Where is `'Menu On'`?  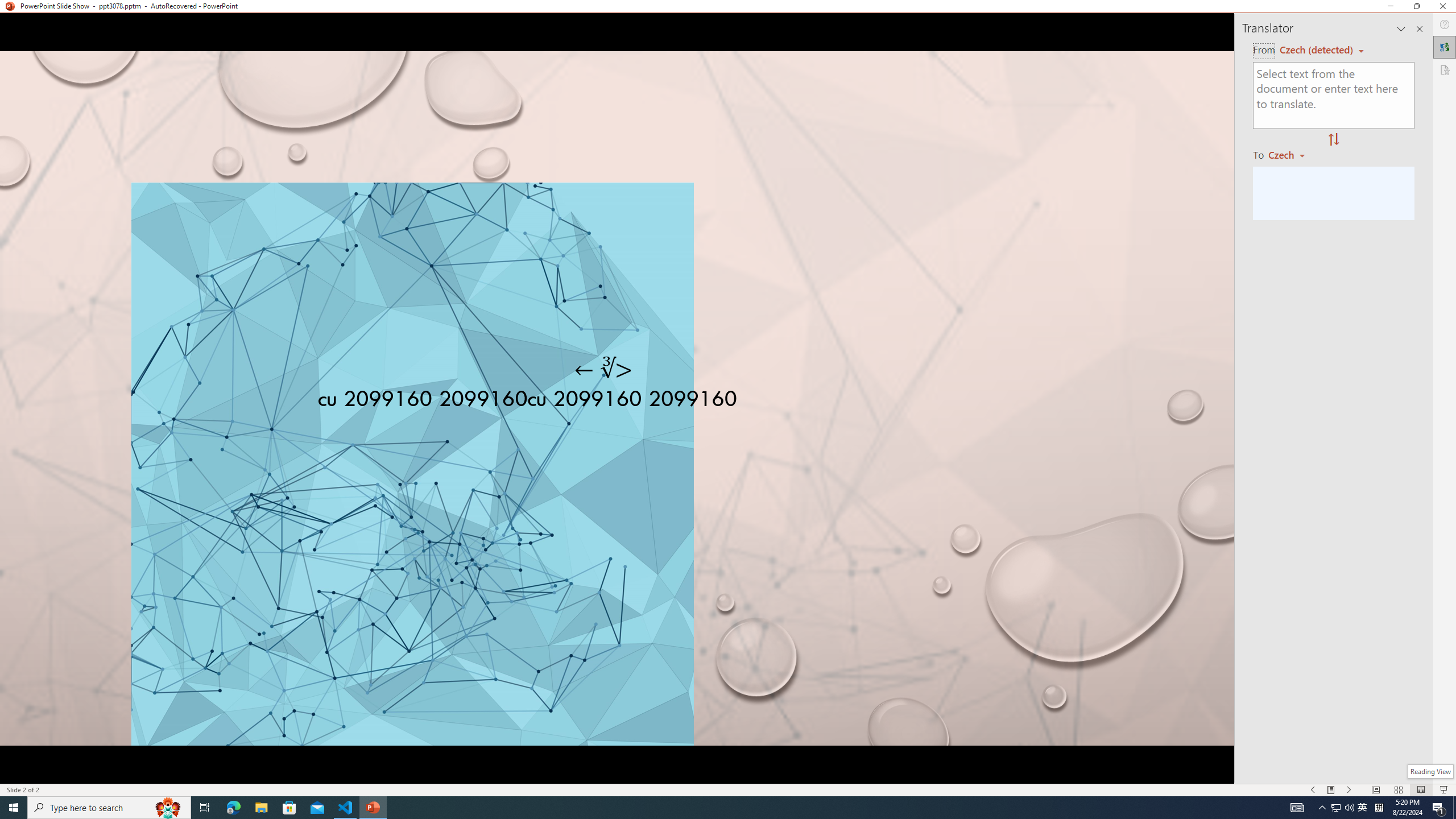
'Menu On' is located at coordinates (1331, 790).